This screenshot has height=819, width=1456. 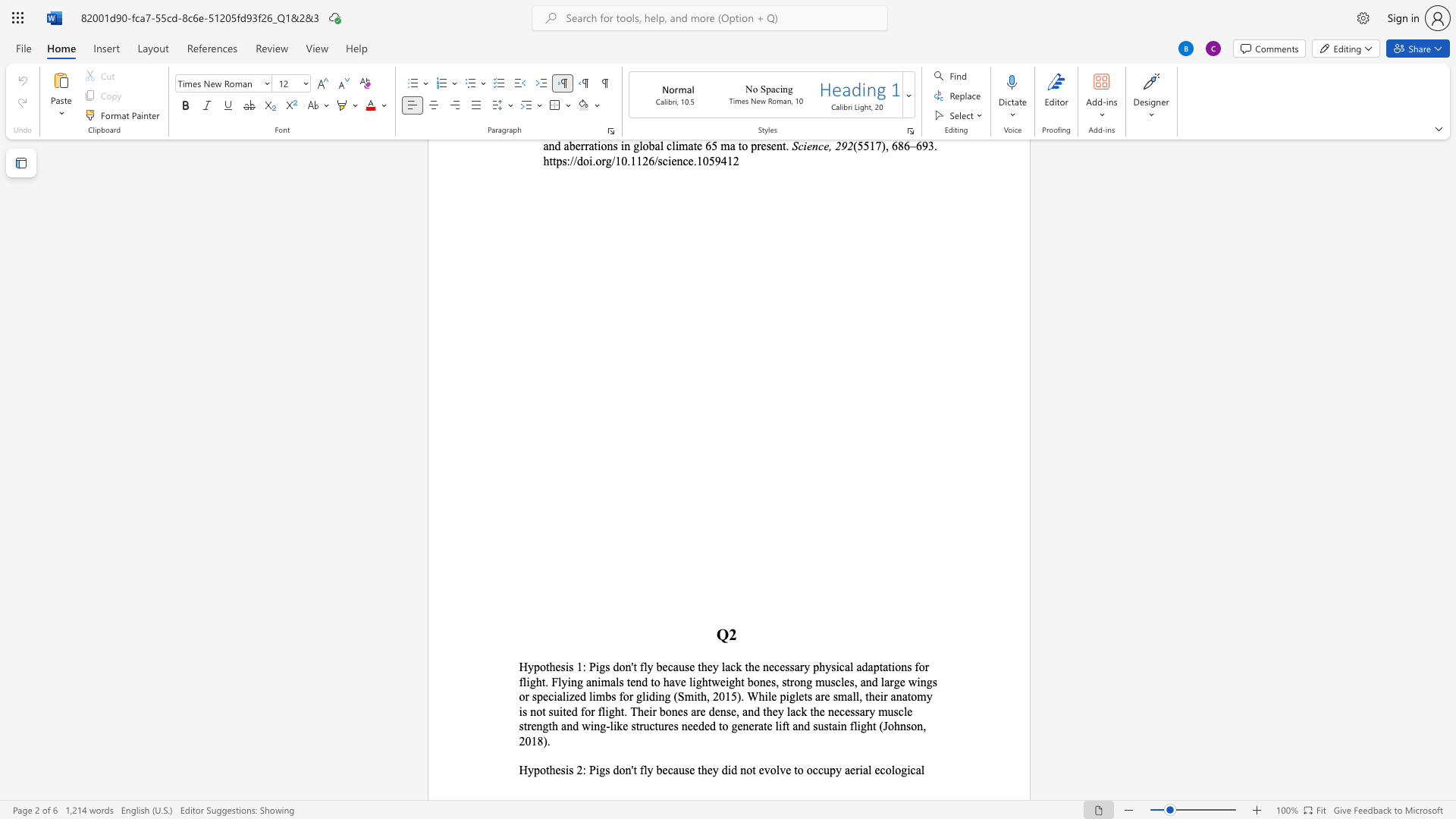 What do you see at coordinates (594, 666) in the screenshot?
I see `the space between the continuous character "P" and "i" in the text` at bounding box center [594, 666].